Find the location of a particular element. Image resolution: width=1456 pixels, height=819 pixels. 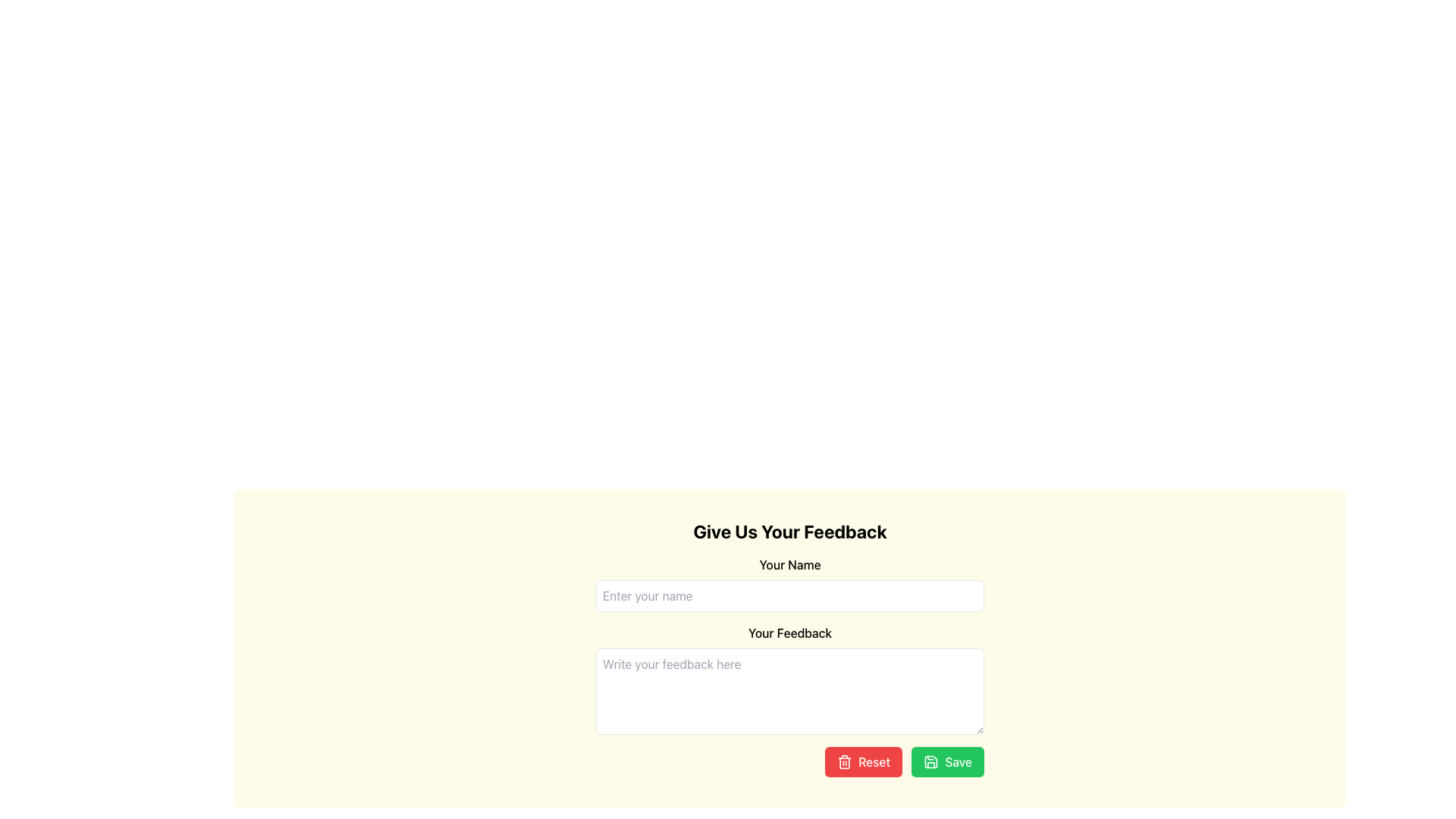

the 'Save' button, which has a green background, white text, and a floppy disk icon, located at the bottom-right corner of the feedback form is located at coordinates (946, 762).